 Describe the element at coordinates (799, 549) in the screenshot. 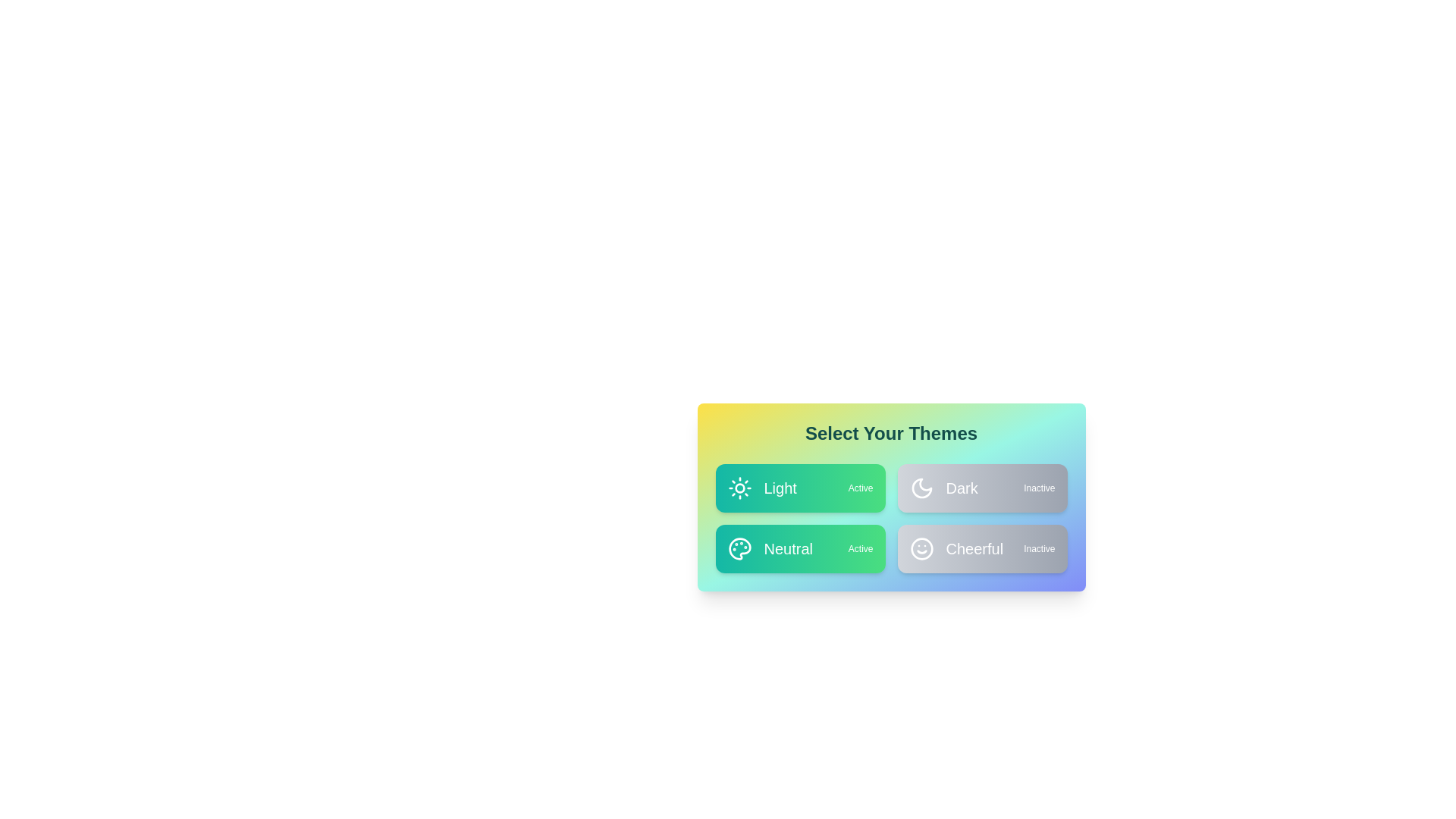

I see `the theme card for Neutral to observe its hover effect` at that location.